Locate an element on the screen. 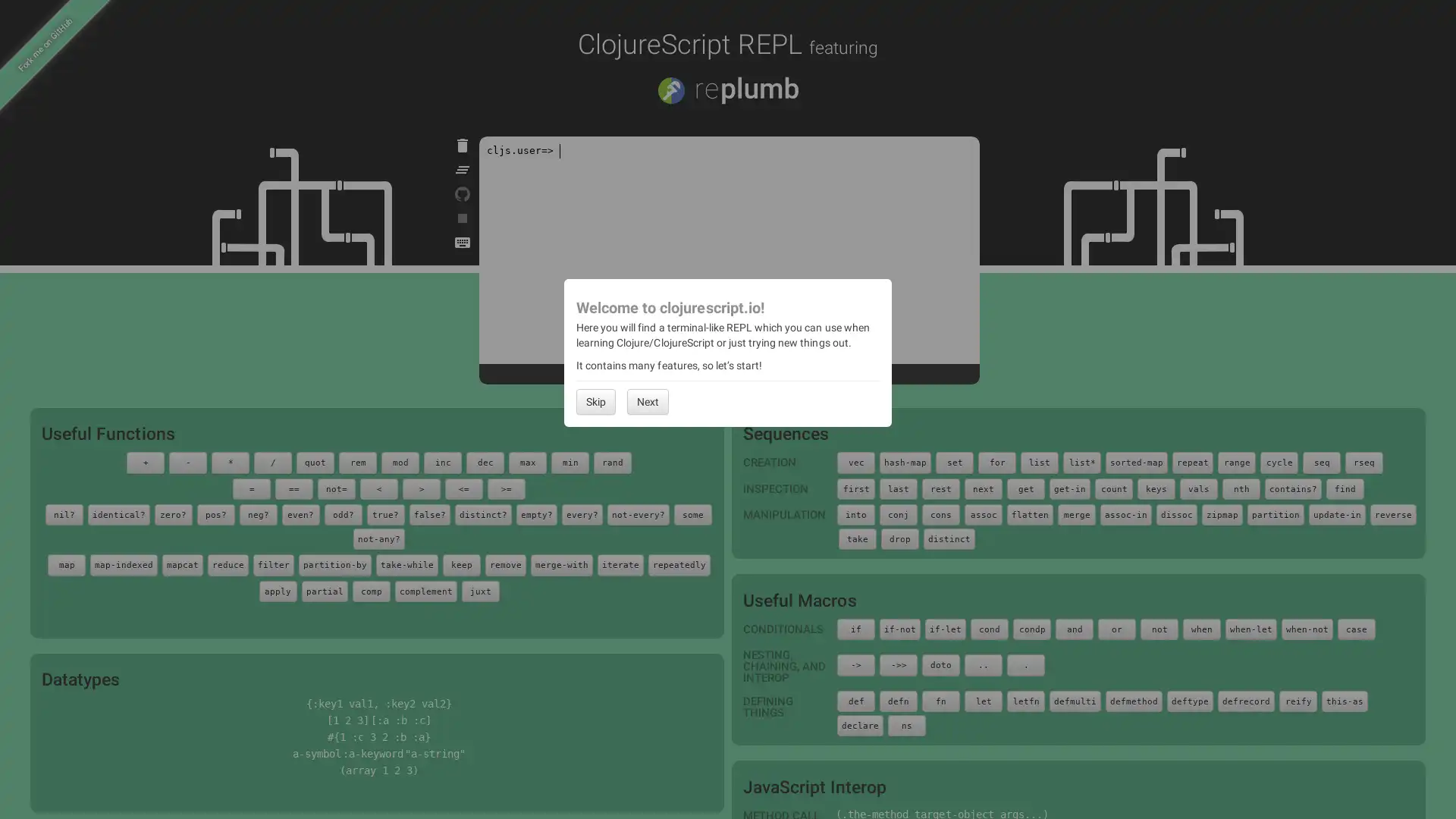 This screenshot has height=819, width=1456. zipmap is located at coordinates (1222, 513).